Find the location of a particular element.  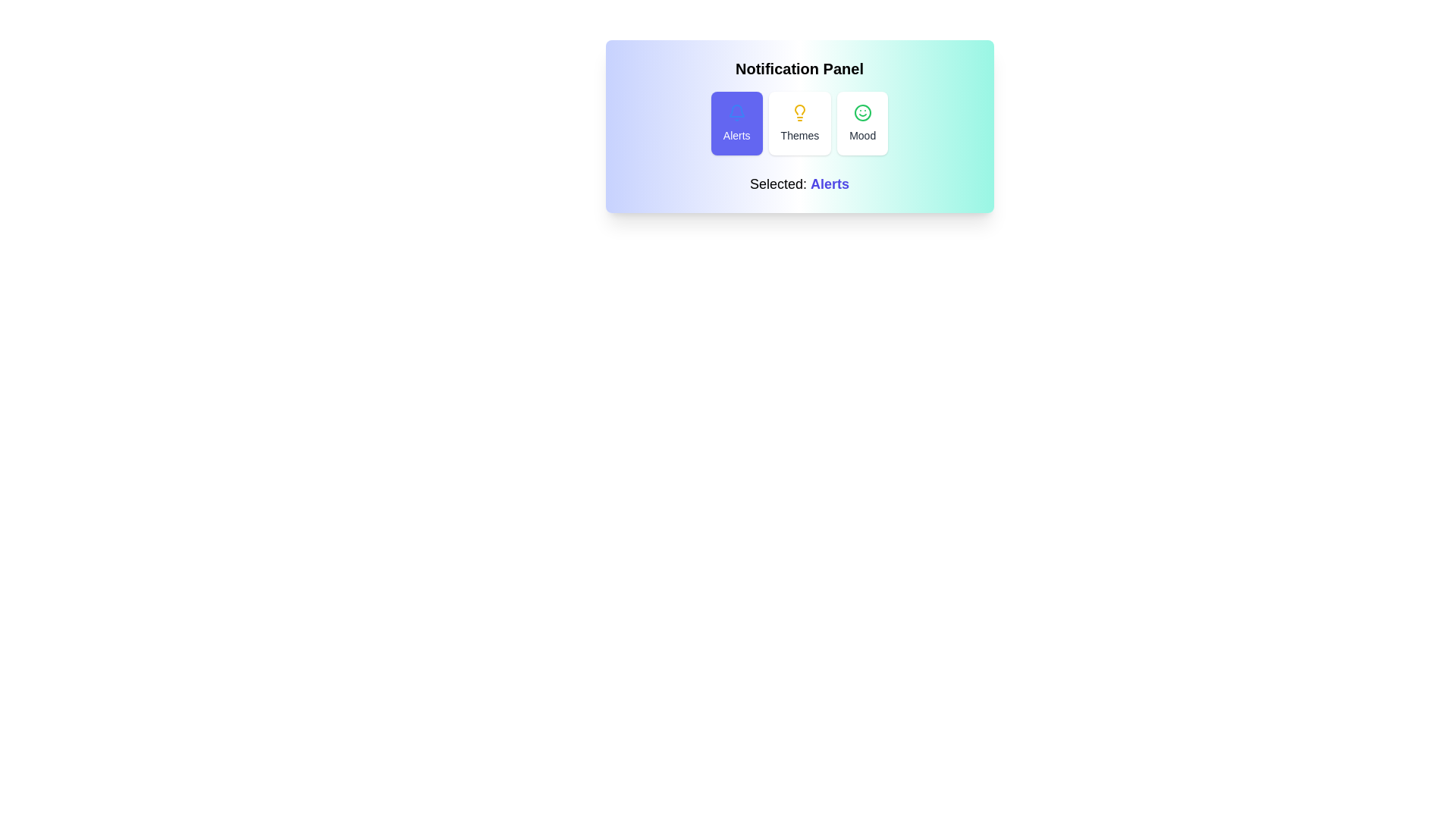

the Mood button in the notification panel is located at coordinates (862, 122).